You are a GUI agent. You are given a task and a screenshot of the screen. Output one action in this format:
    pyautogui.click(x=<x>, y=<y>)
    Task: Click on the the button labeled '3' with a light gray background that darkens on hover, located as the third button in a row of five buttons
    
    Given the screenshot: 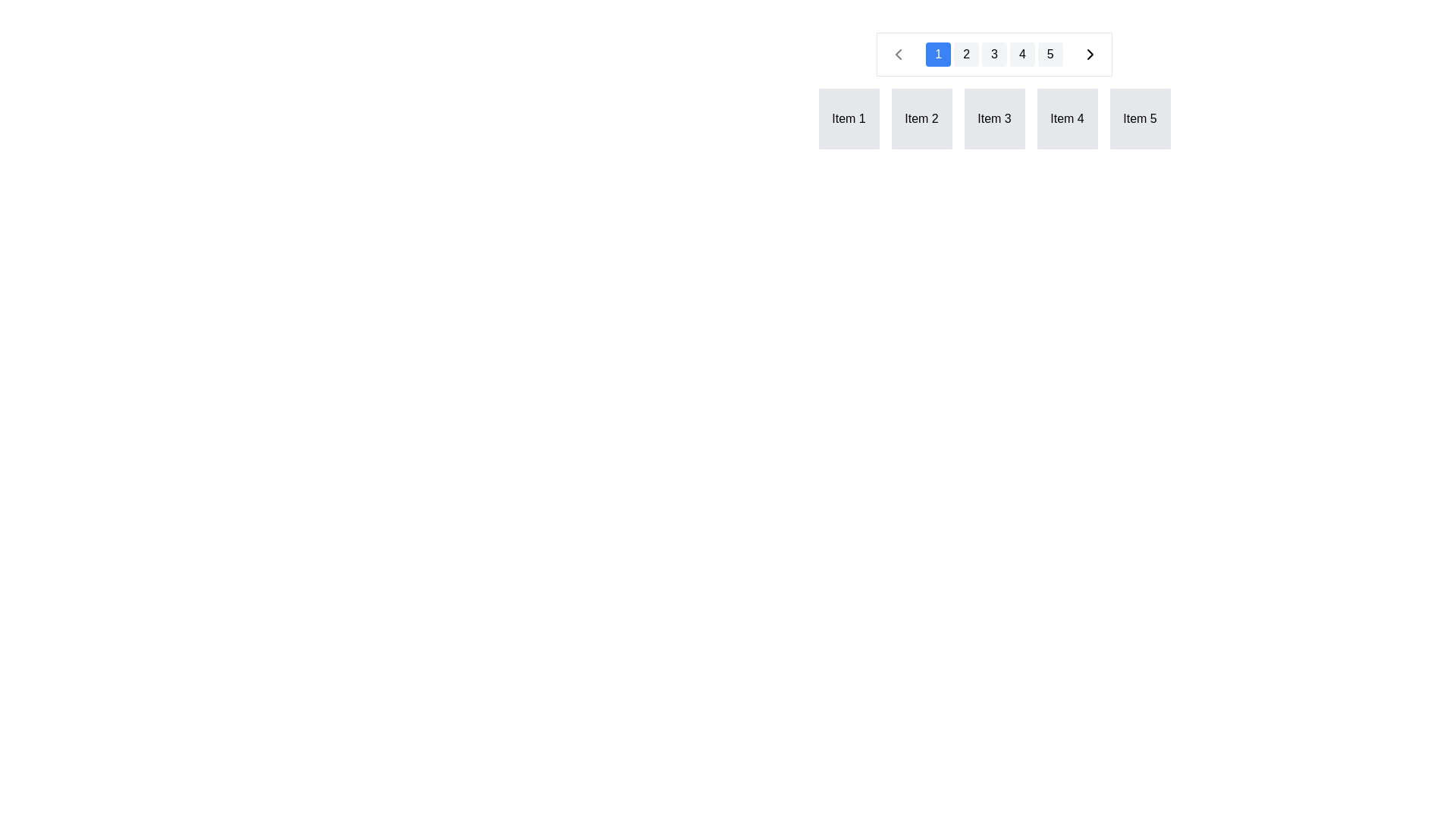 What is the action you would take?
    pyautogui.click(x=994, y=54)
    